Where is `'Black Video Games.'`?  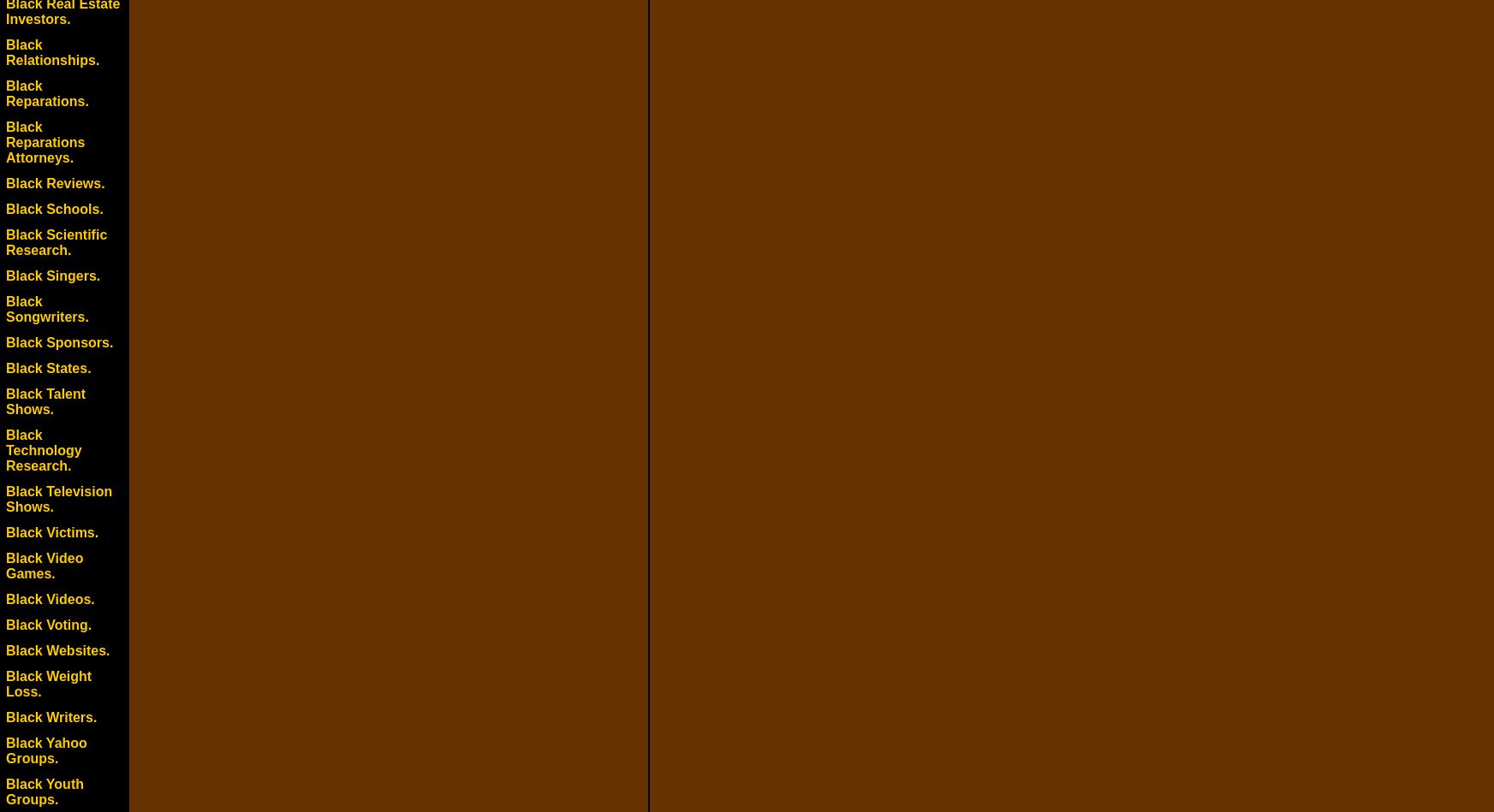
'Black Video Games.' is located at coordinates (44, 566).